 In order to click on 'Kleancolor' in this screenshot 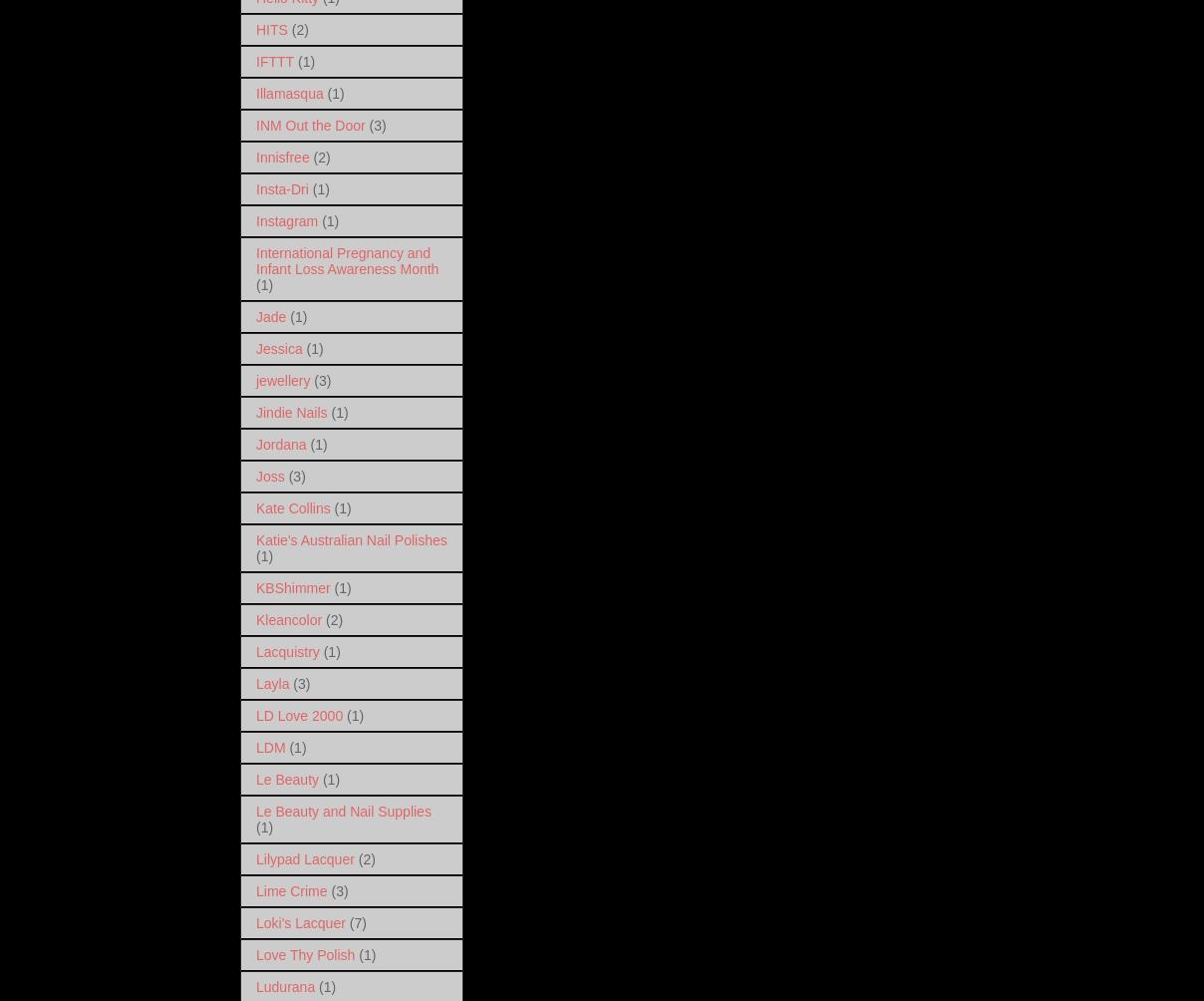, I will do `click(255, 618)`.